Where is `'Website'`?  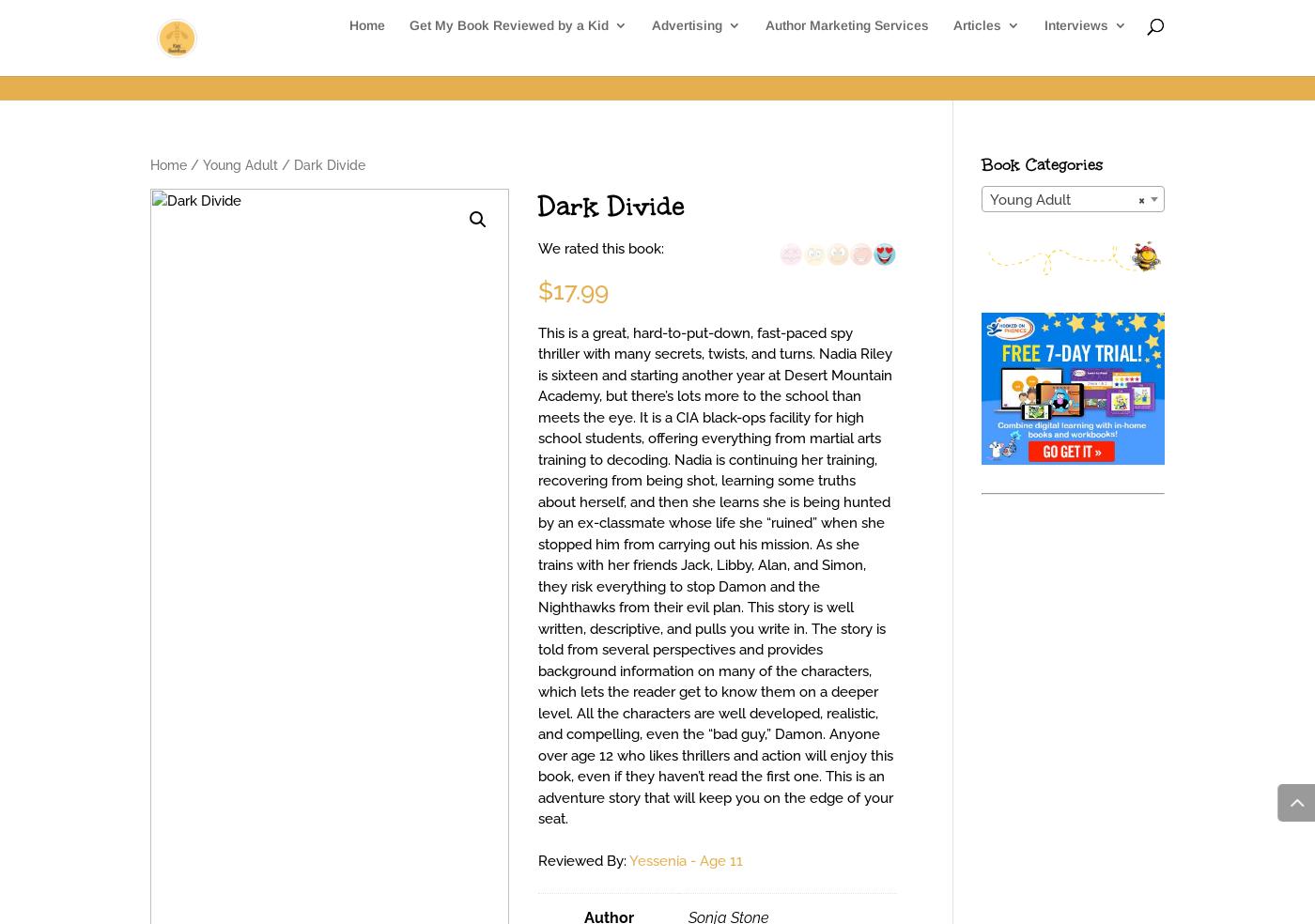
'Website' is located at coordinates (713, 142).